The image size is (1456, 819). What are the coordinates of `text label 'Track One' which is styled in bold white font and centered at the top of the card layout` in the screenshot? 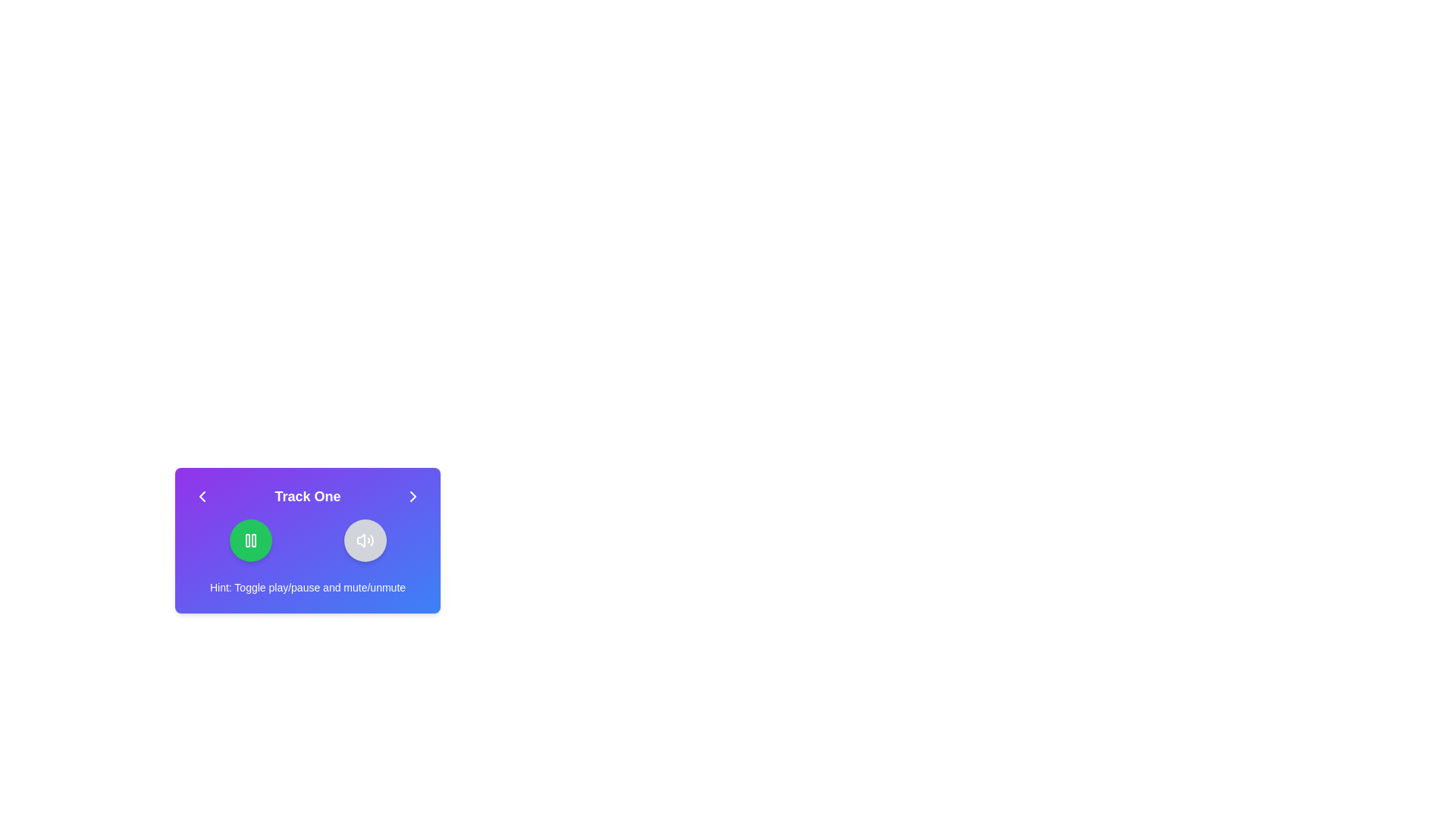 It's located at (307, 497).